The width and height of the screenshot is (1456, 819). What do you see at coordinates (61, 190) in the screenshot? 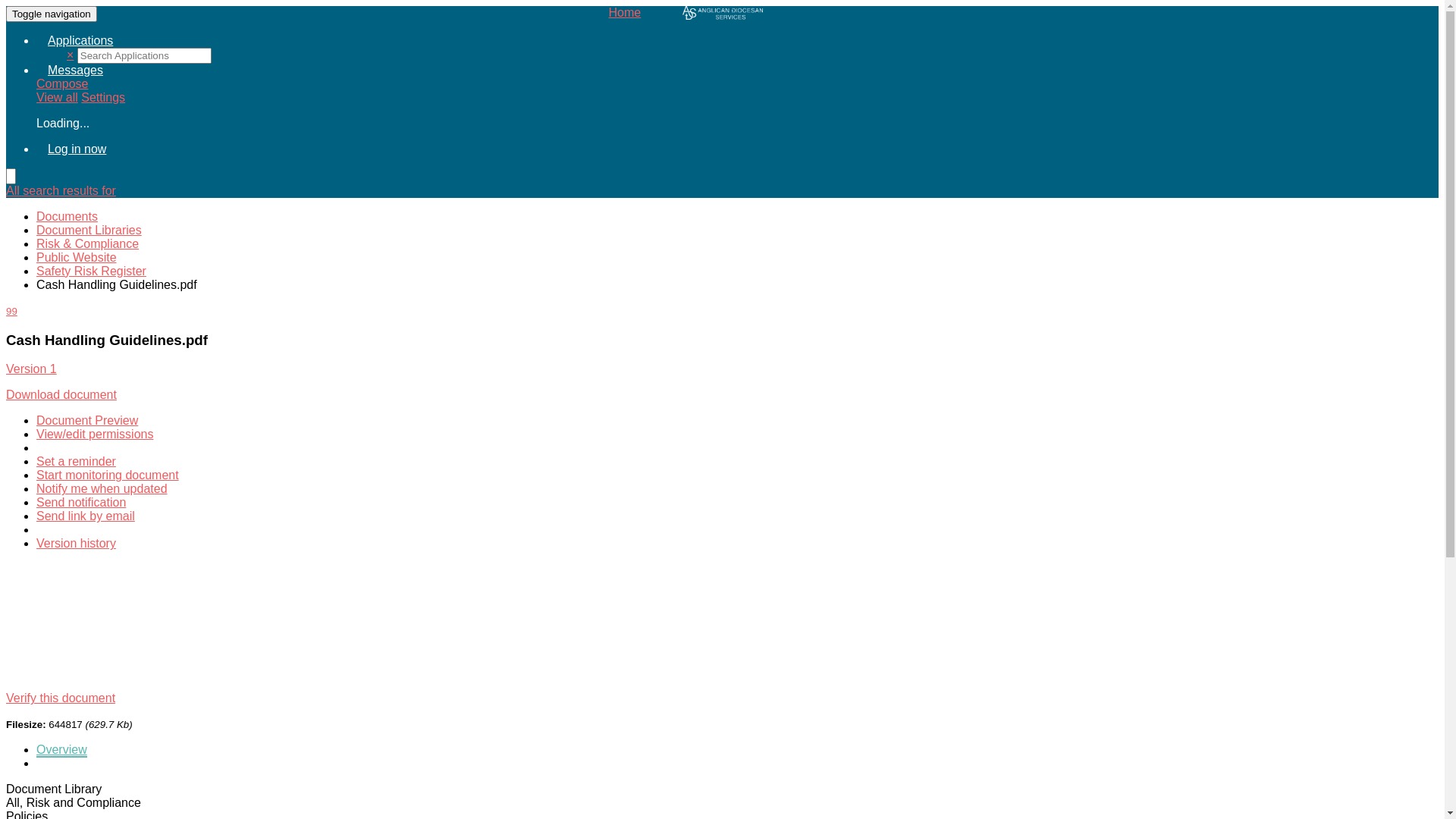
I see `'All search results for'` at bounding box center [61, 190].